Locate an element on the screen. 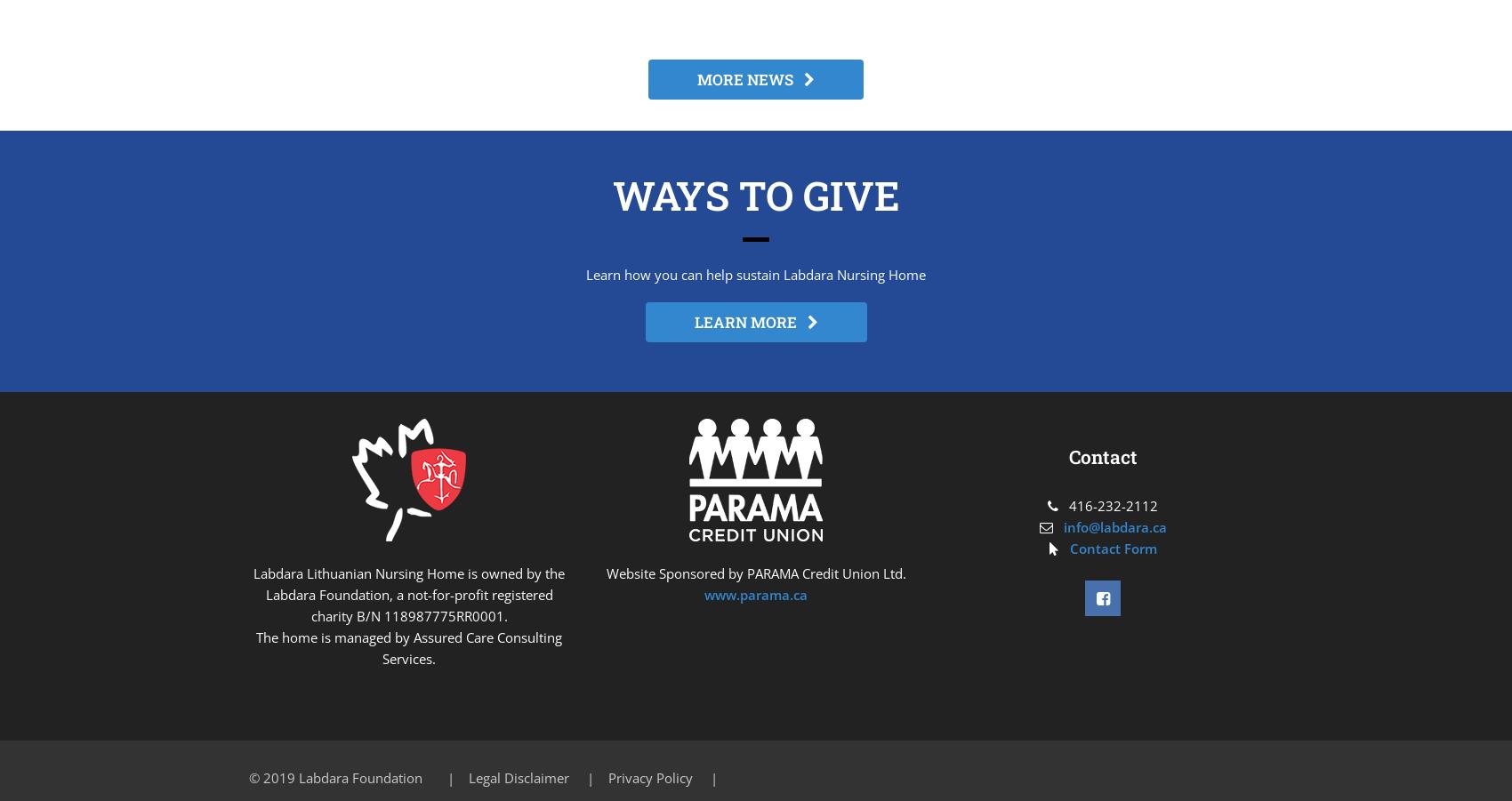 The height and width of the screenshot is (801, 1512). 'LEARN MORE' is located at coordinates (749, 321).